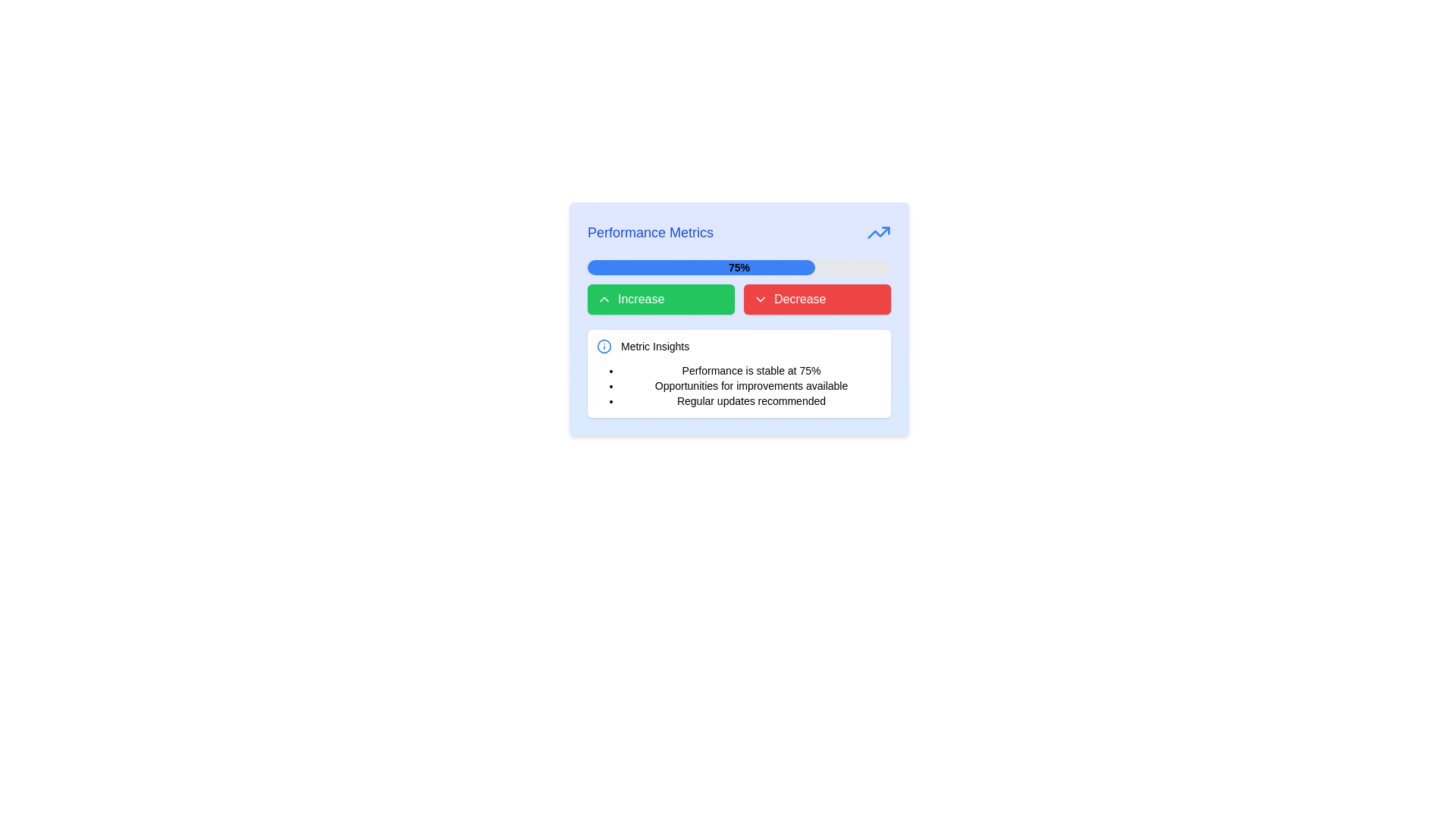 This screenshot has height=819, width=1456. I want to click on the small blue circle within the SVG graphic that is part of the information icon, located towards the top-left portion of the window, so click(603, 346).